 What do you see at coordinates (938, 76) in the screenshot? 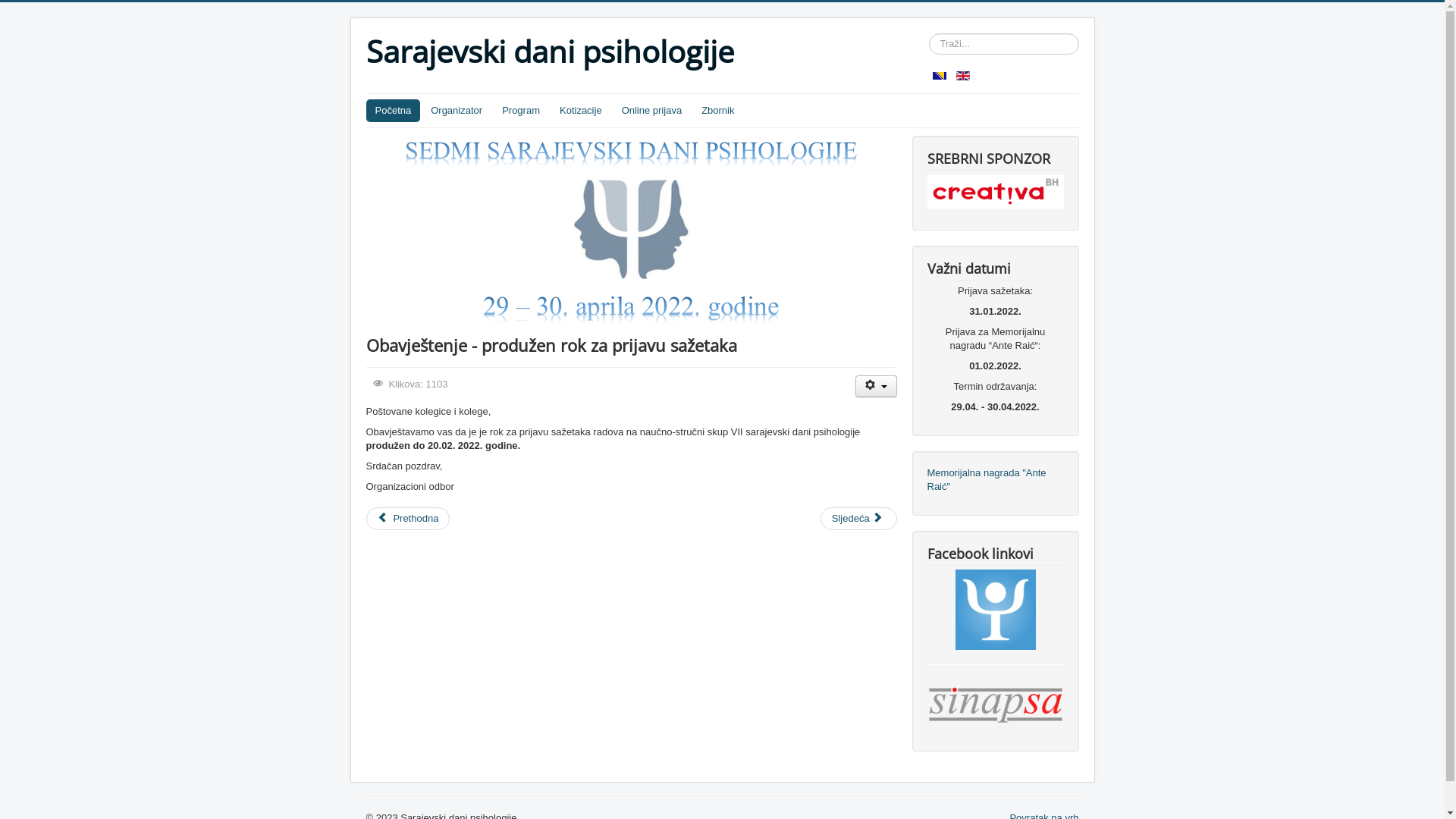
I see `'Bosanski (Bosnia and Herzegovina)'` at bounding box center [938, 76].